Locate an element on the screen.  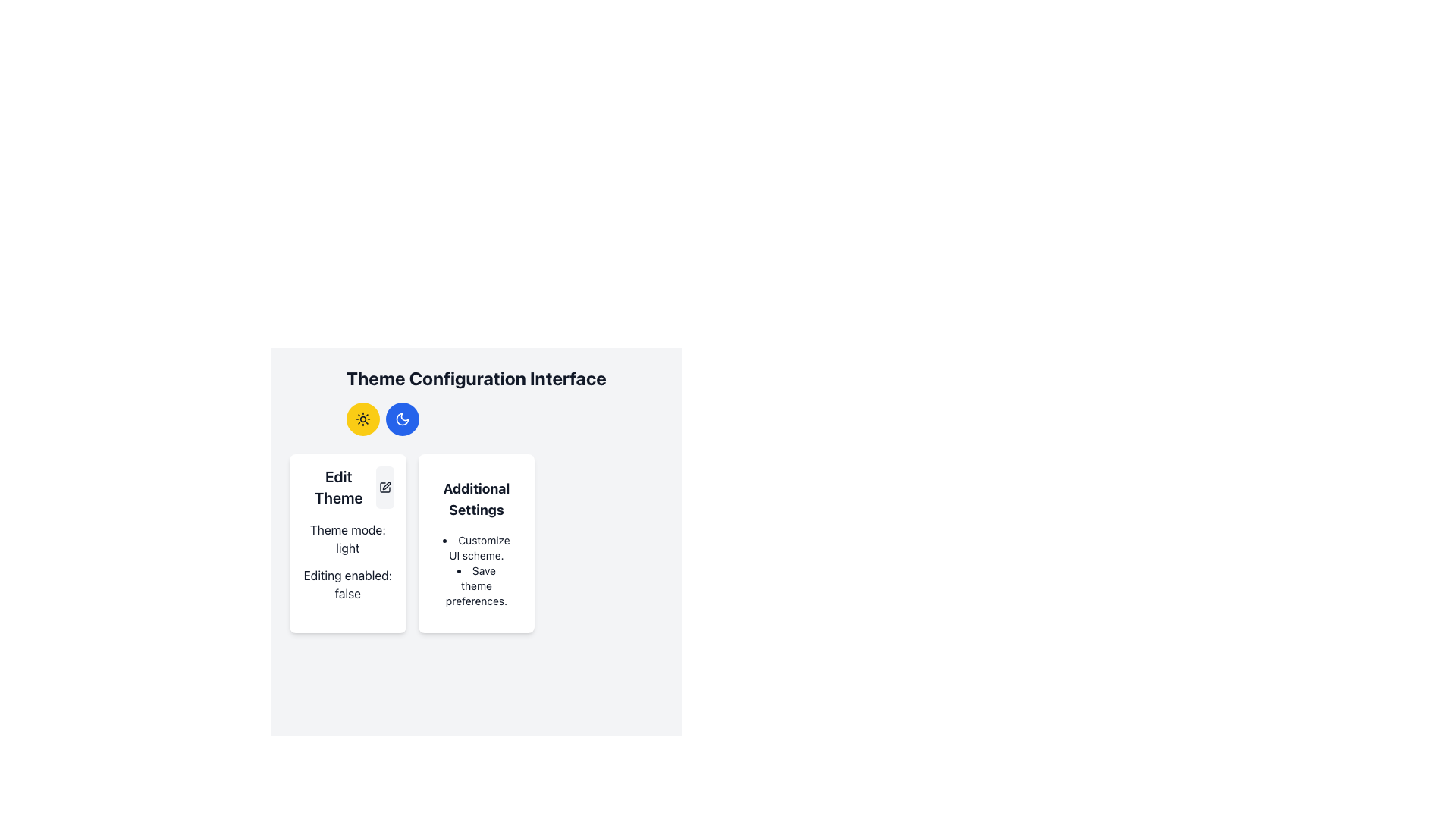
the Text with Icon Indication element that indicates the editable nature of the theme settings, located at the top left of the theme settings card is located at coordinates (347, 488).